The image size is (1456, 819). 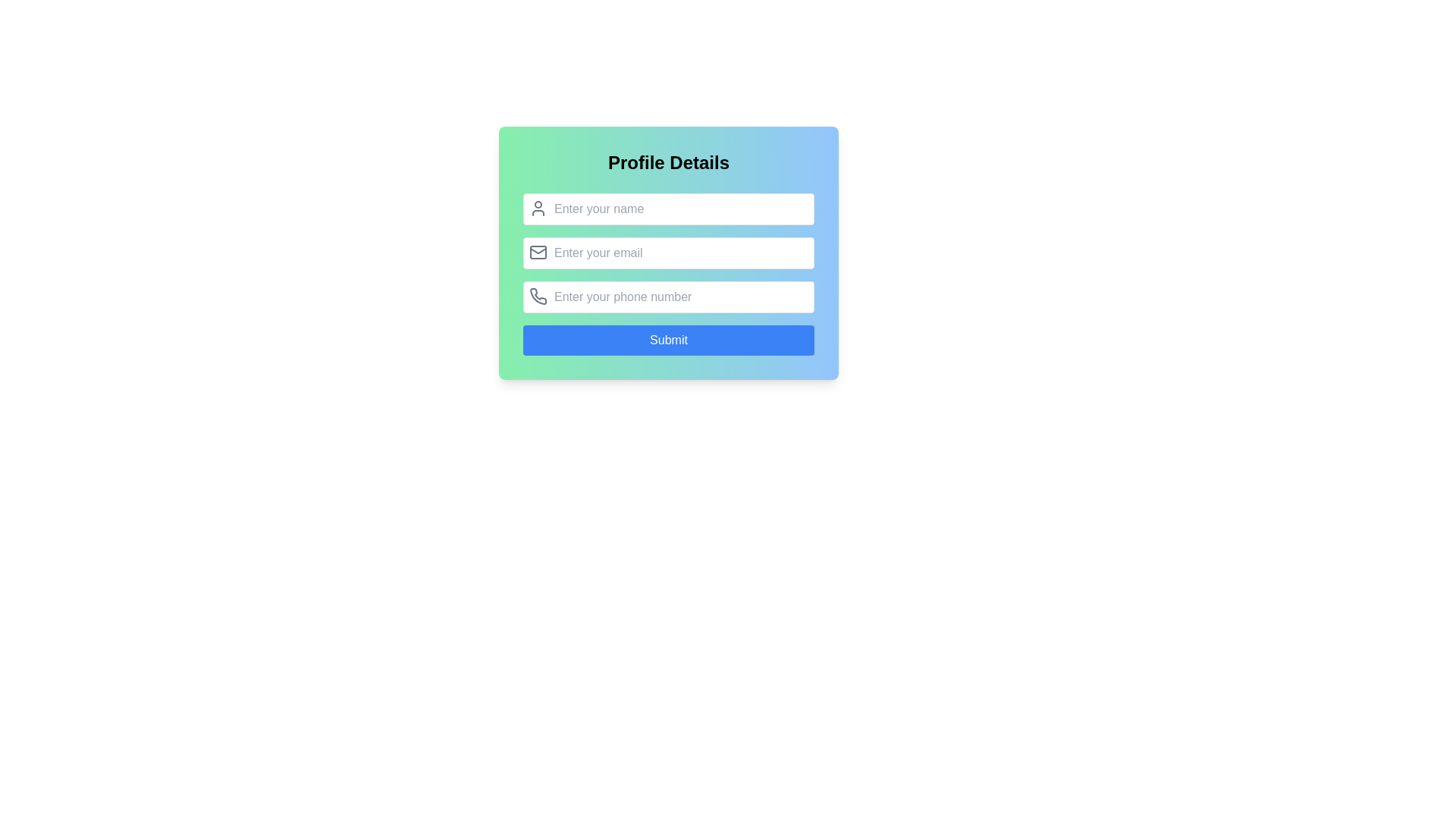 What do you see at coordinates (668, 297) in the screenshot?
I see `the text input field labeled 'Enter your phone number', which is styled with rounded corners and features a phone icon to its left` at bounding box center [668, 297].